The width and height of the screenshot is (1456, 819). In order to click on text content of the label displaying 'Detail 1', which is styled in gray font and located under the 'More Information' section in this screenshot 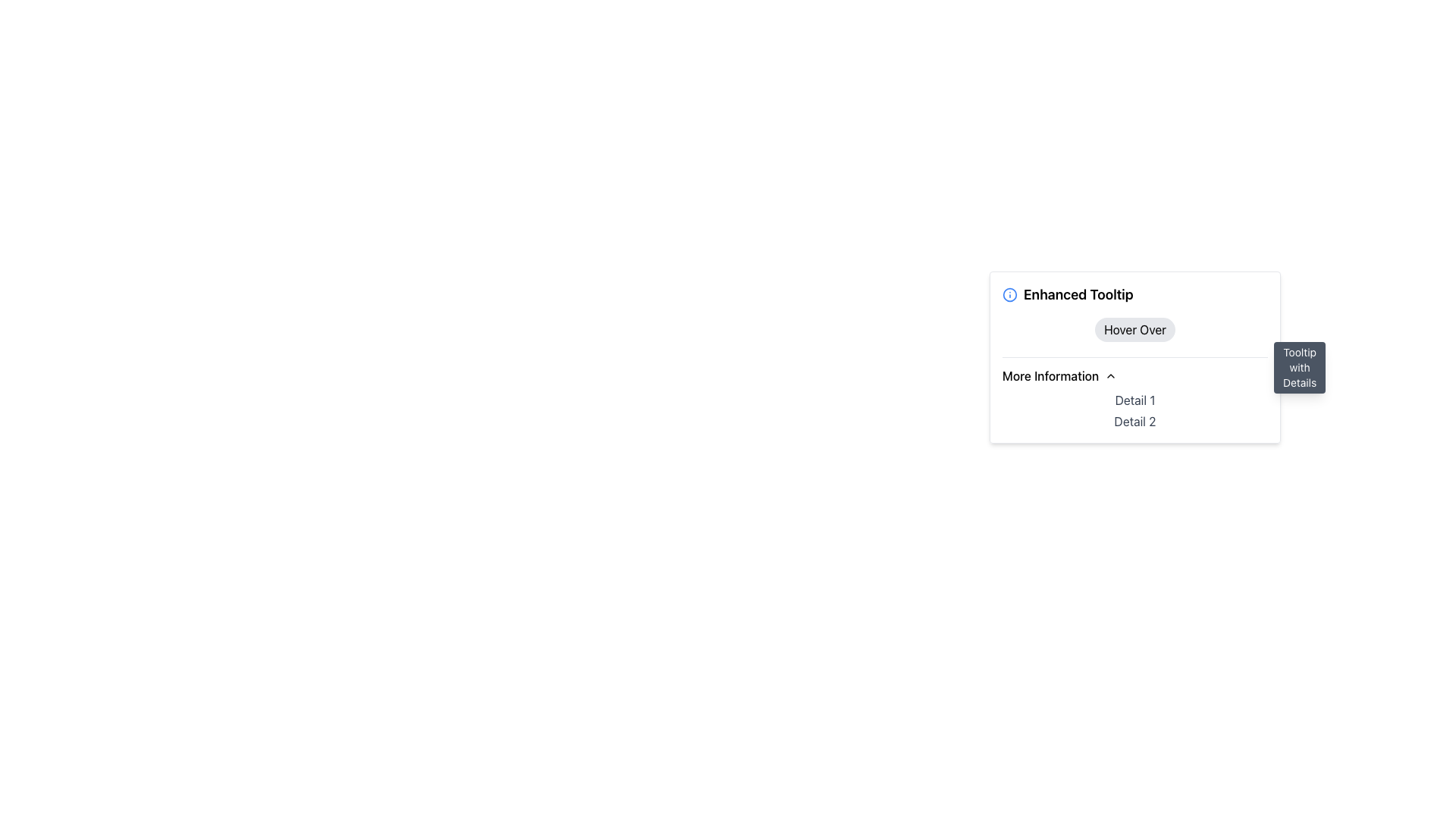, I will do `click(1135, 400)`.